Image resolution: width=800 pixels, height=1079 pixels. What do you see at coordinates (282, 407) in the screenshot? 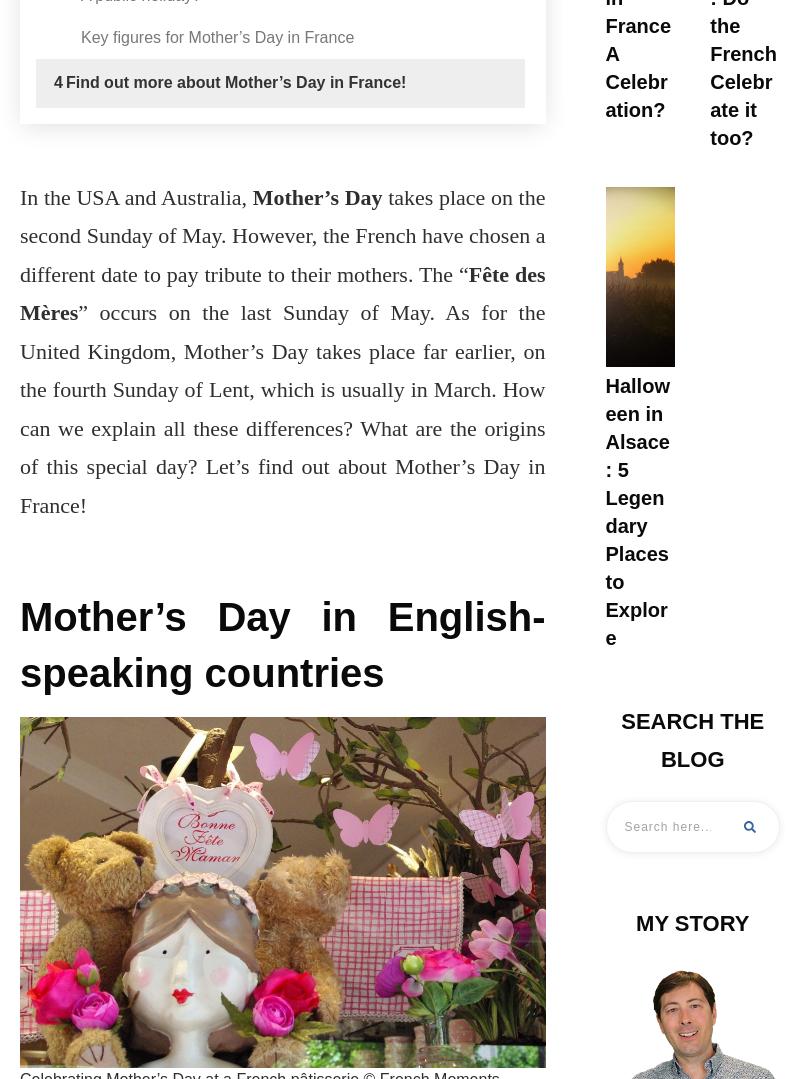
I see `'” occurs on the last Sunday of May. As for the United Kingdom, Mother’s Day takes place far earlier, on the fourth Sunday of Lent, which is usually in March. How can we explain all these differences? What are the origins of this special day? Let’s find out about Mother’s Day in France!'` at bounding box center [282, 407].